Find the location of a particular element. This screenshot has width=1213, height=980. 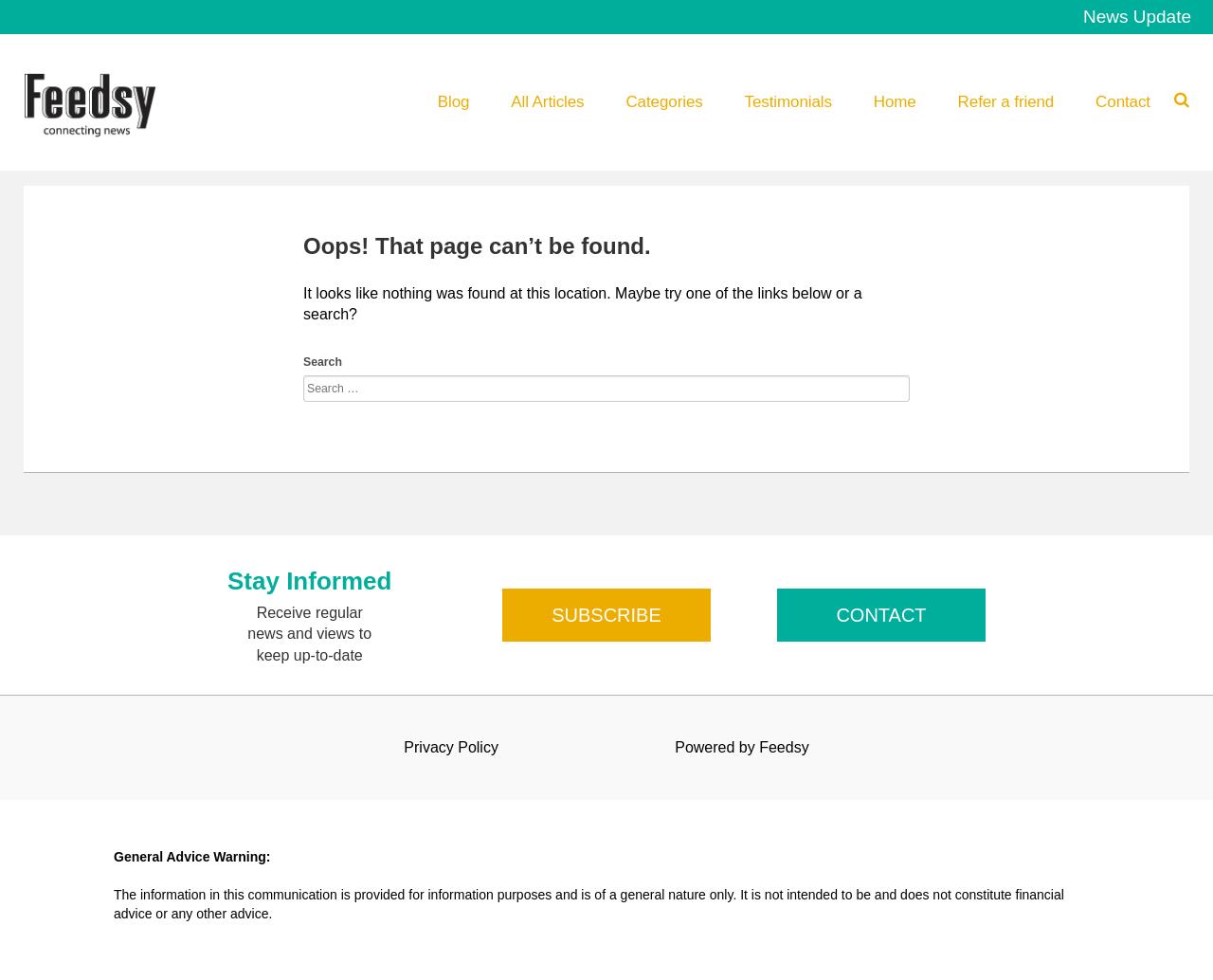

'news and views to' is located at coordinates (309, 633).